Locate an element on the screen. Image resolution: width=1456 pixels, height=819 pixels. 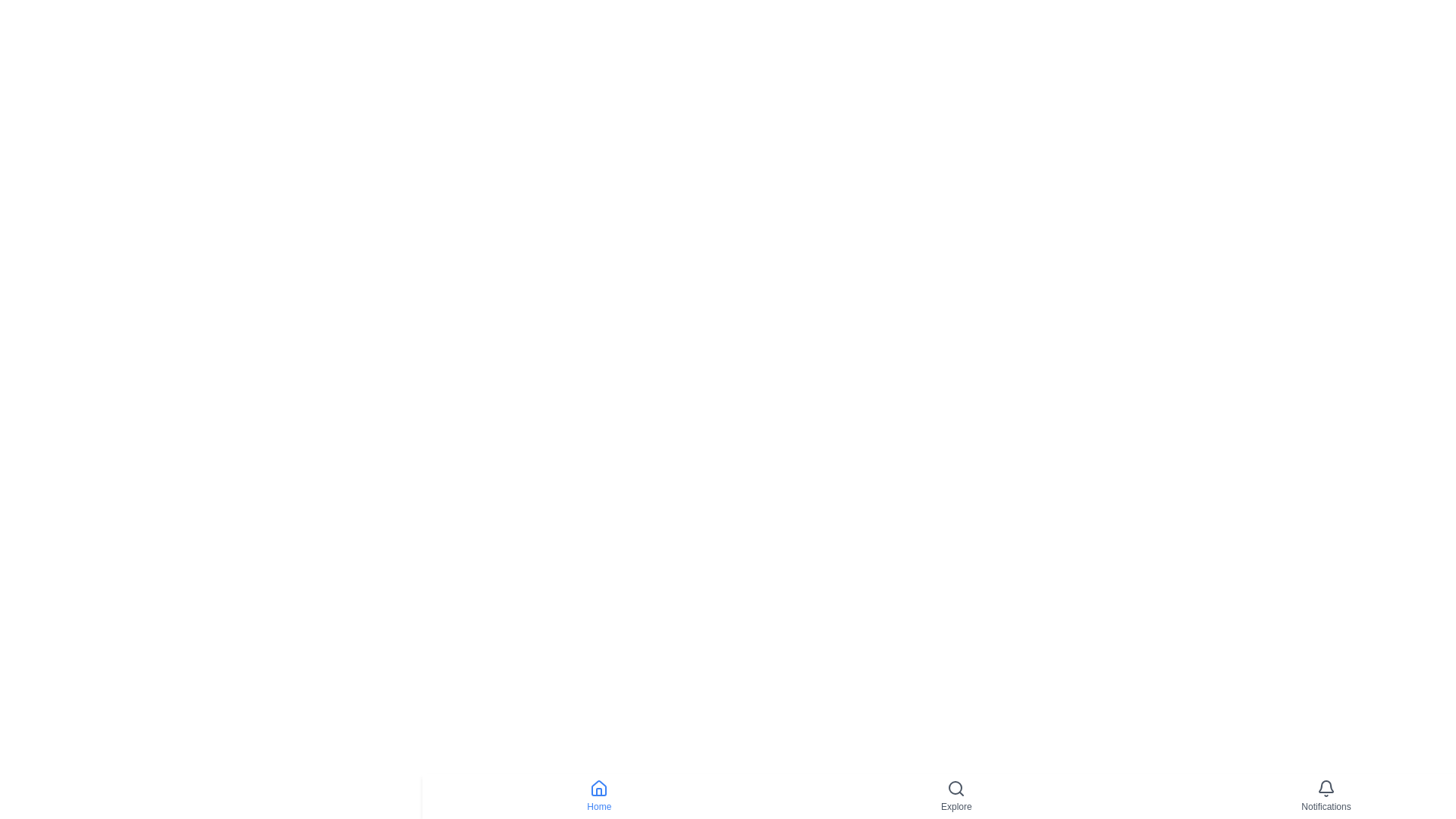
the Text label indicating notifications, located at the bottom-right corner of the interface below the bell icon is located at coordinates (1325, 806).